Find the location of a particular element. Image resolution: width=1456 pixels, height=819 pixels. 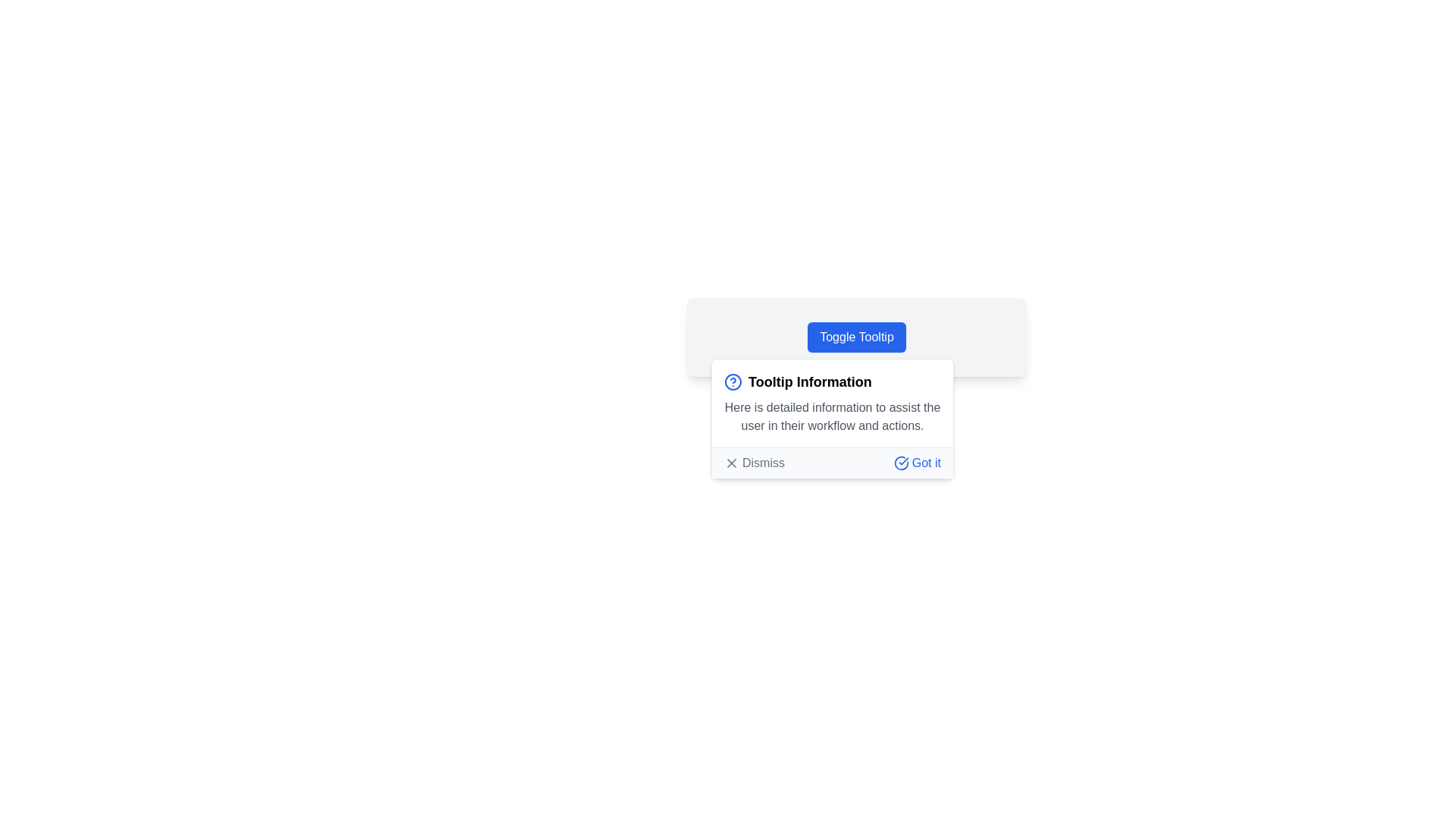

the circular blue outlined icon with a question mark symbol, located next to the 'Tooltip Information' heading in the tooltip box is located at coordinates (733, 381).